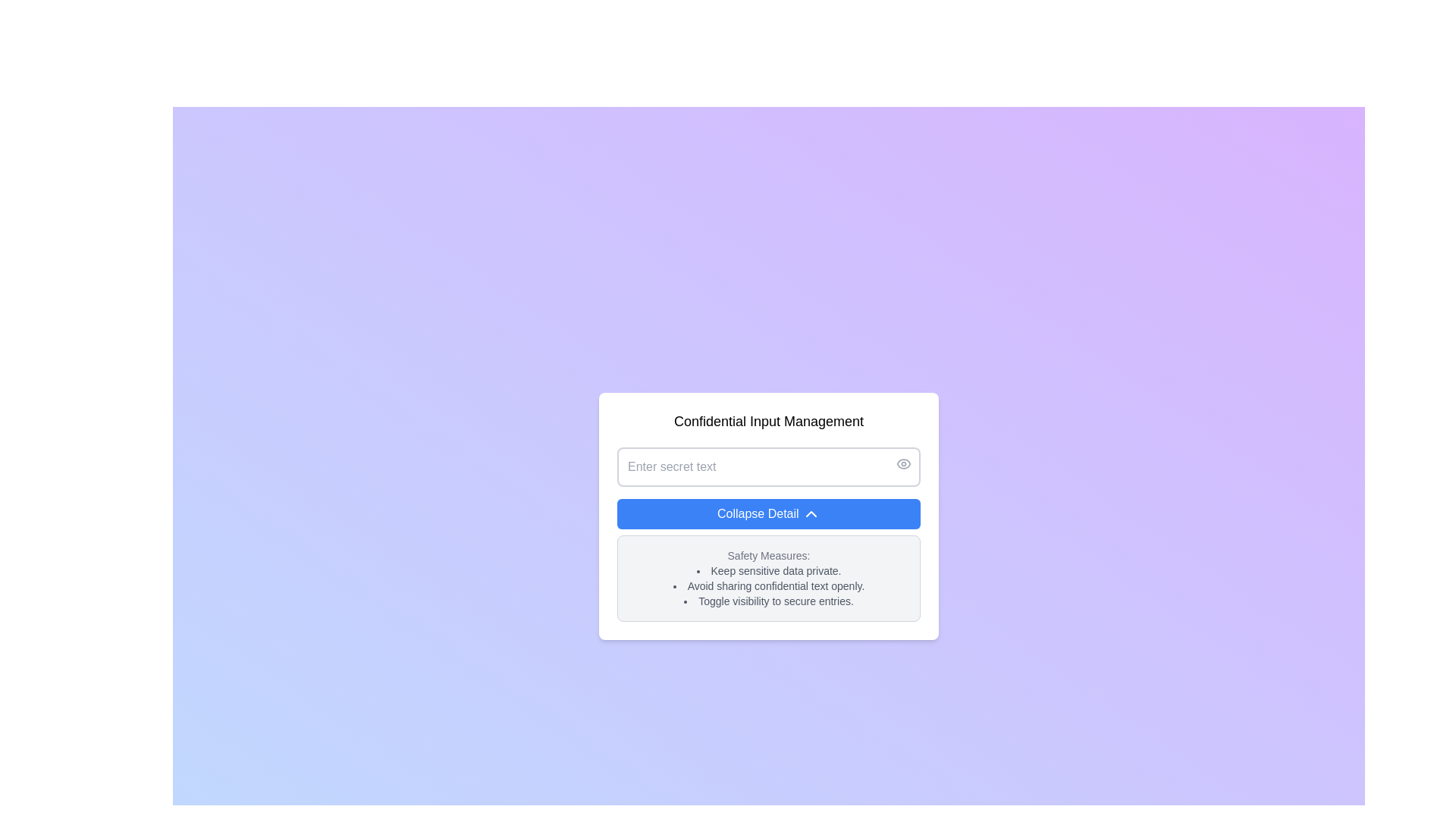 The height and width of the screenshot is (819, 1456). What do you see at coordinates (768, 585) in the screenshot?
I see `the second item in the bullet-point list that conveys a security-related guideline, located at the center of the white card section on the interface` at bounding box center [768, 585].